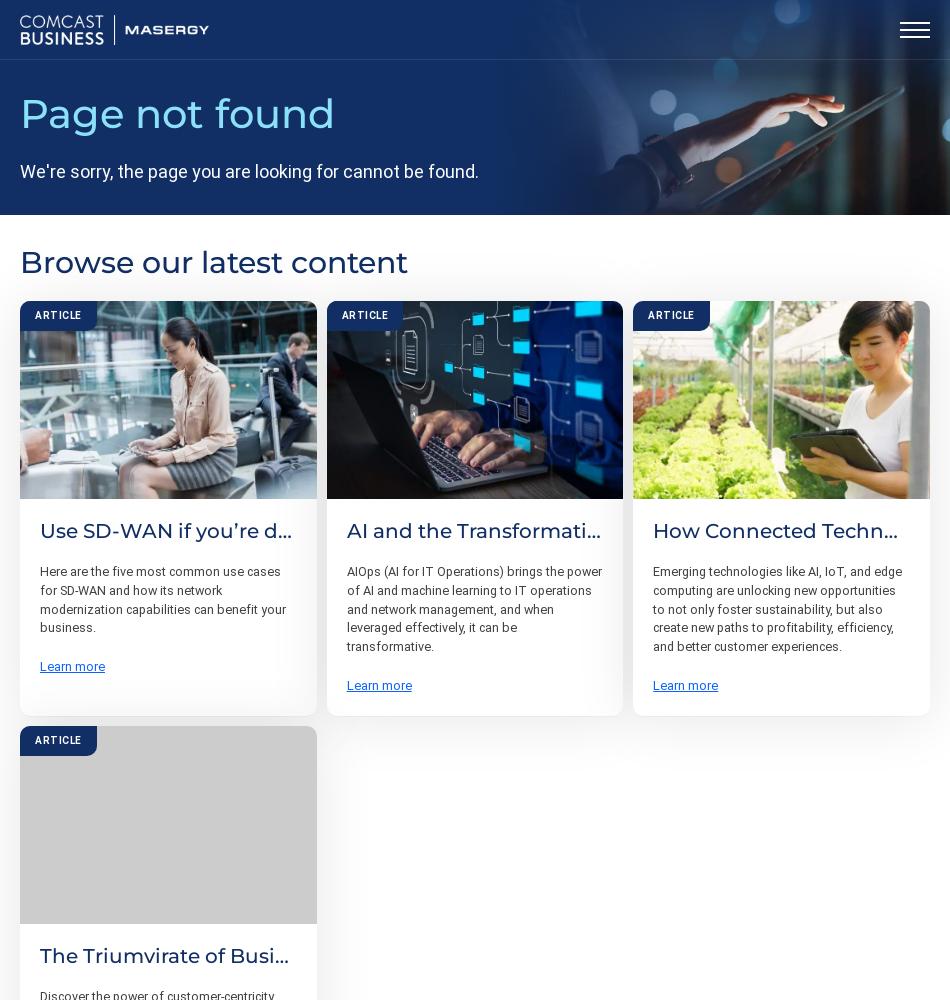  I want to click on 'First Name', so click(114, 723).